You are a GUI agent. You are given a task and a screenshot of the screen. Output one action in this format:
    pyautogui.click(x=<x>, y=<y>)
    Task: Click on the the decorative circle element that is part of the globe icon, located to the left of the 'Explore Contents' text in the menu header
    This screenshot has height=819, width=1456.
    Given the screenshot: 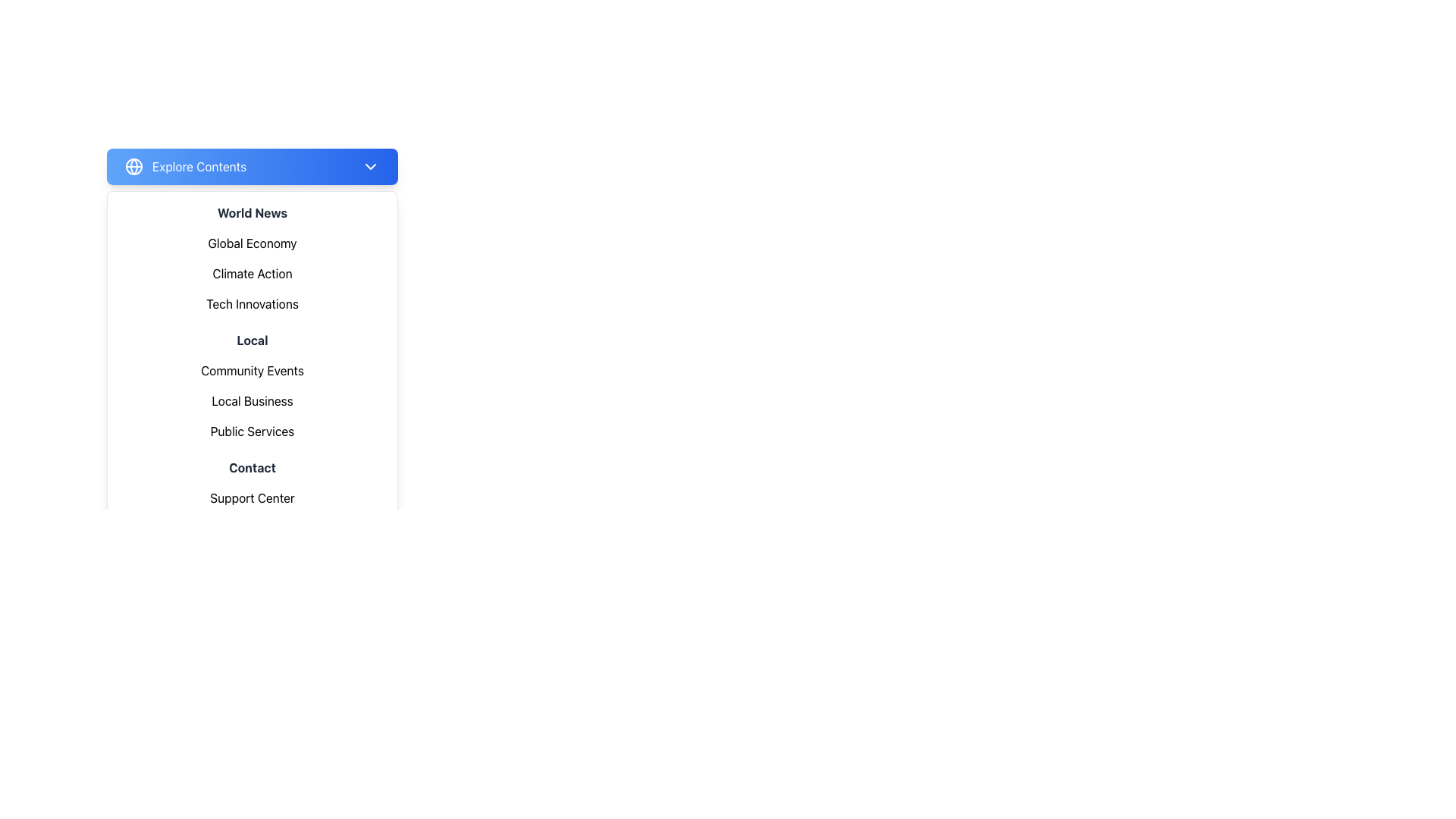 What is the action you would take?
    pyautogui.click(x=134, y=166)
    